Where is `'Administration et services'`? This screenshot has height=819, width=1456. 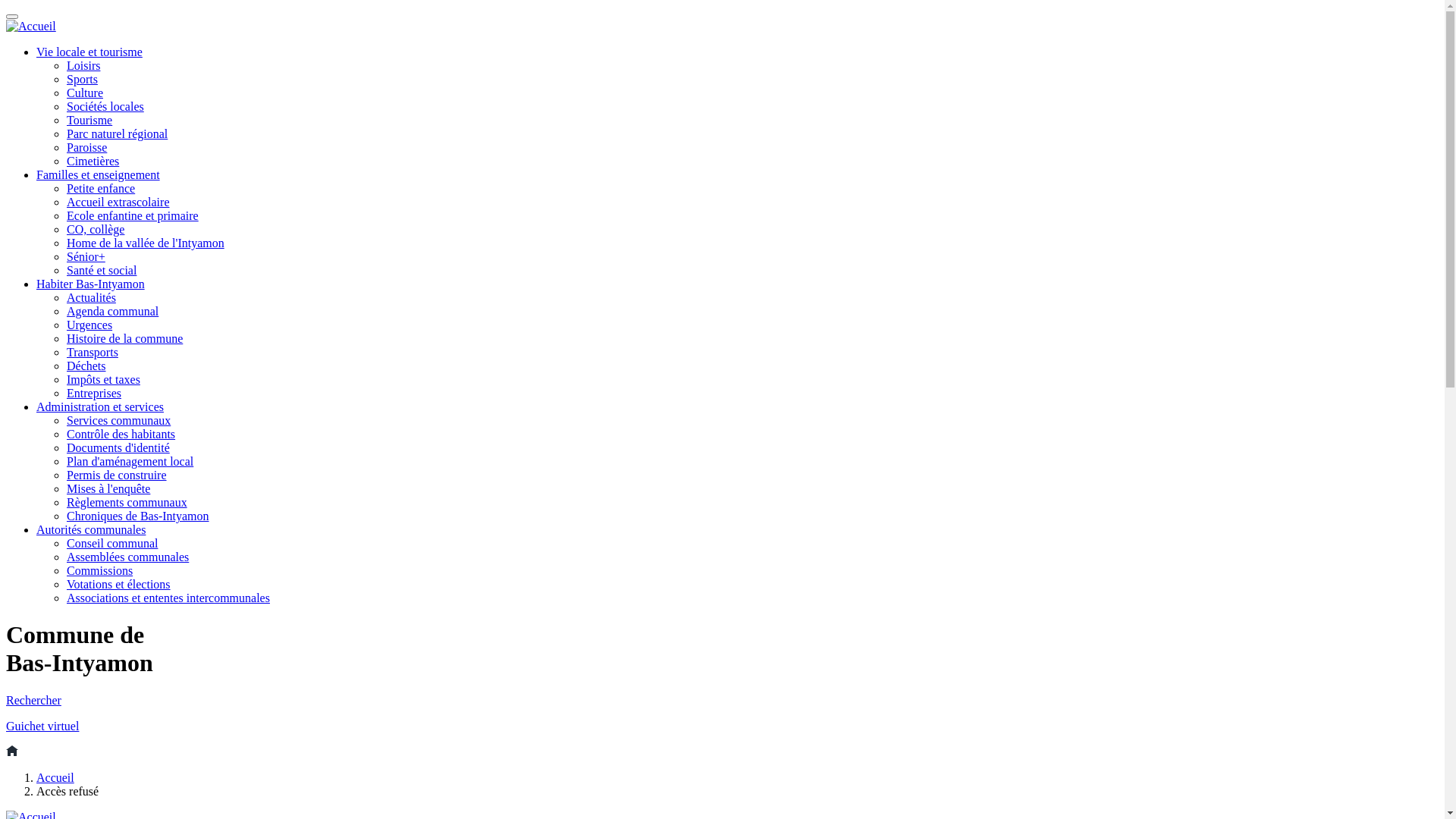 'Administration et services' is located at coordinates (36, 406).